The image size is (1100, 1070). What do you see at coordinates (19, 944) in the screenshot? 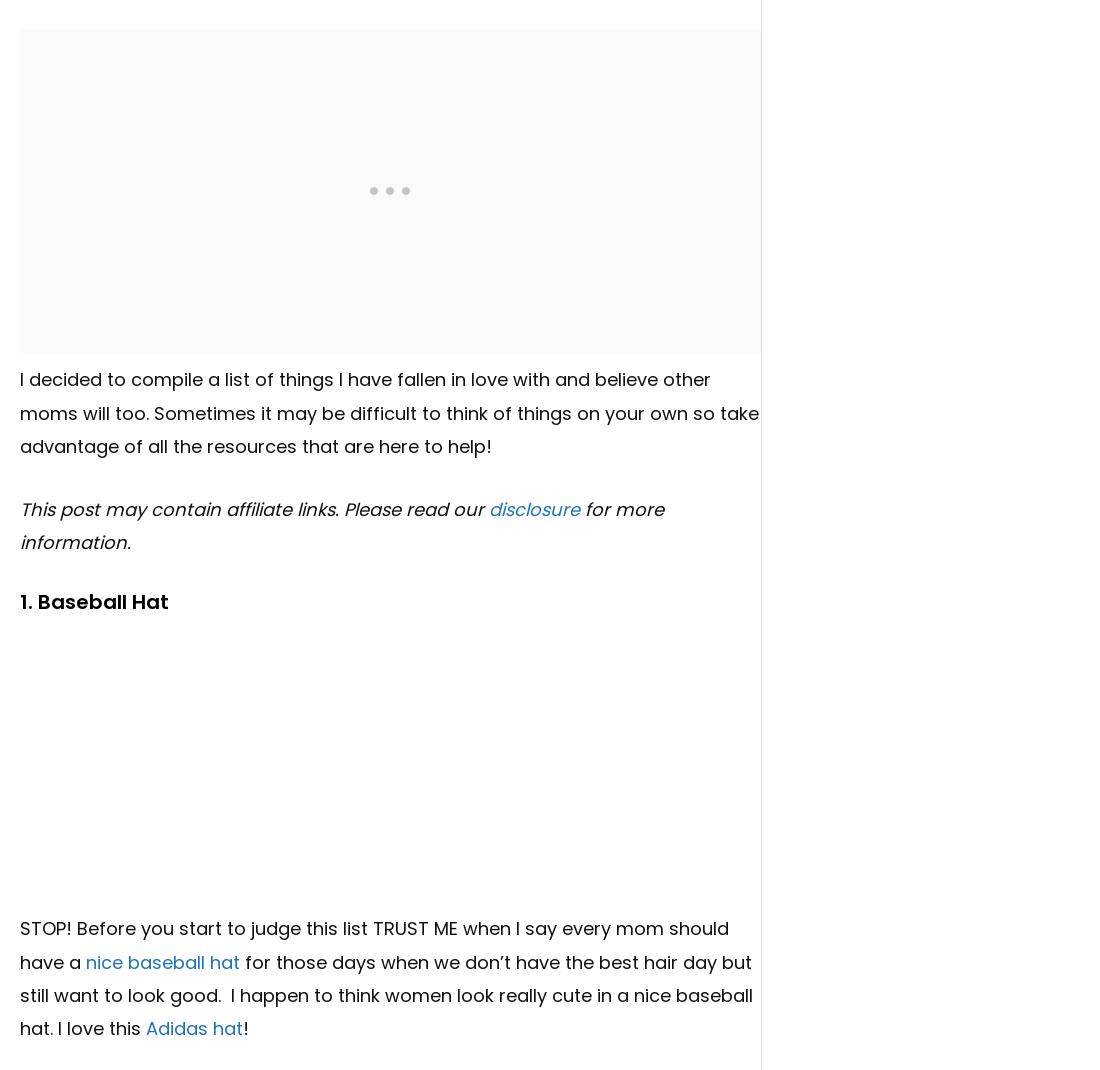
I see `'STOP! Before you start to judge this list TRUST ME when I say every mom should have a'` at bounding box center [19, 944].